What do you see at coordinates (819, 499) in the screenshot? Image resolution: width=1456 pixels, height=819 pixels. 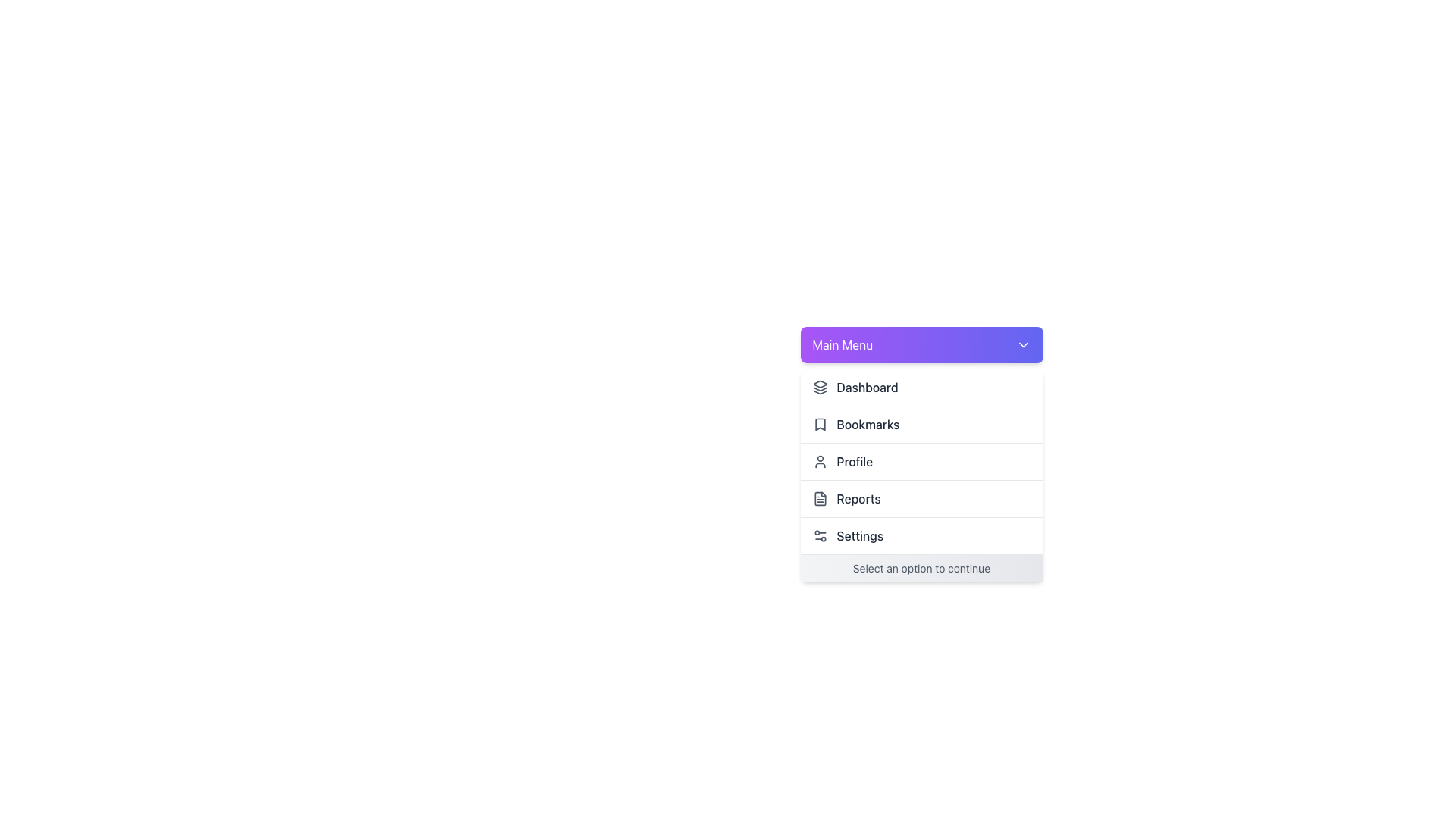 I see `the gray document icon next to the 'Reports' label in the fourth position of the Main Menu` at bounding box center [819, 499].